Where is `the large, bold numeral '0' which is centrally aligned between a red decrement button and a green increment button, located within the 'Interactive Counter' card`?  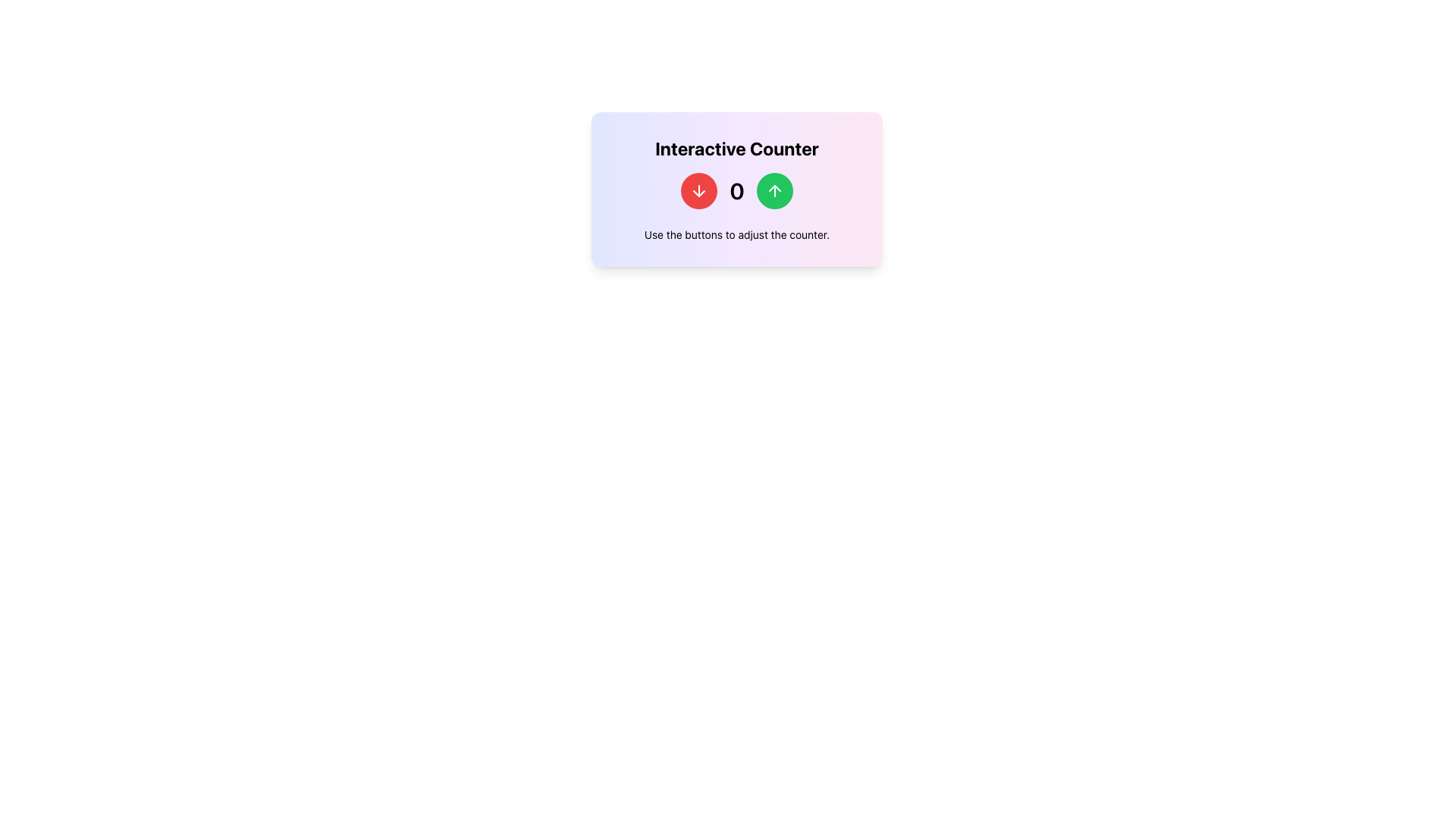
the large, bold numeral '0' which is centrally aligned between a red decrement button and a green increment button, located within the 'Interactive Counter' card is located at coordinates (736, 190).